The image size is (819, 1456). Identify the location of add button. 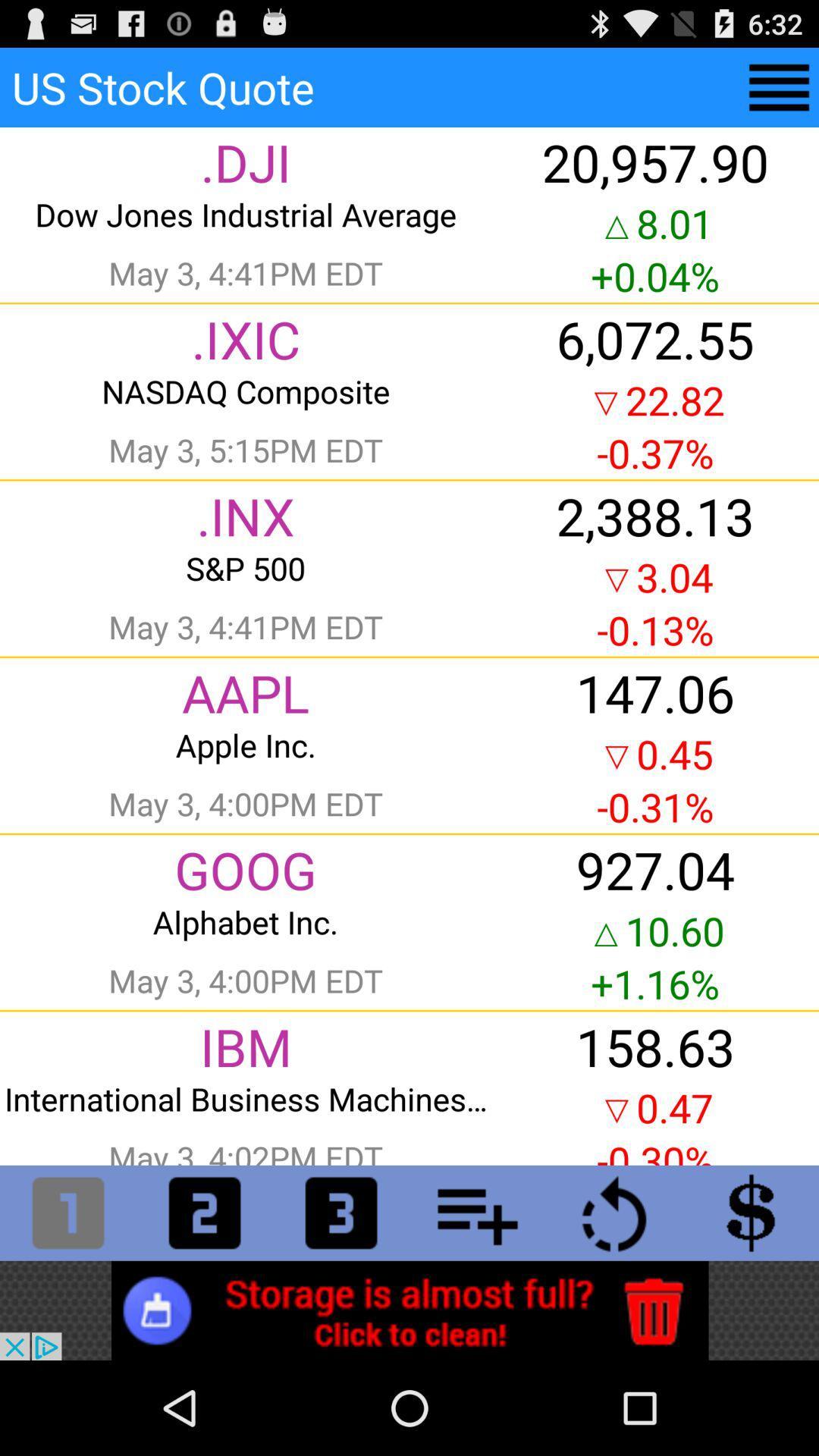
(476, 1212).